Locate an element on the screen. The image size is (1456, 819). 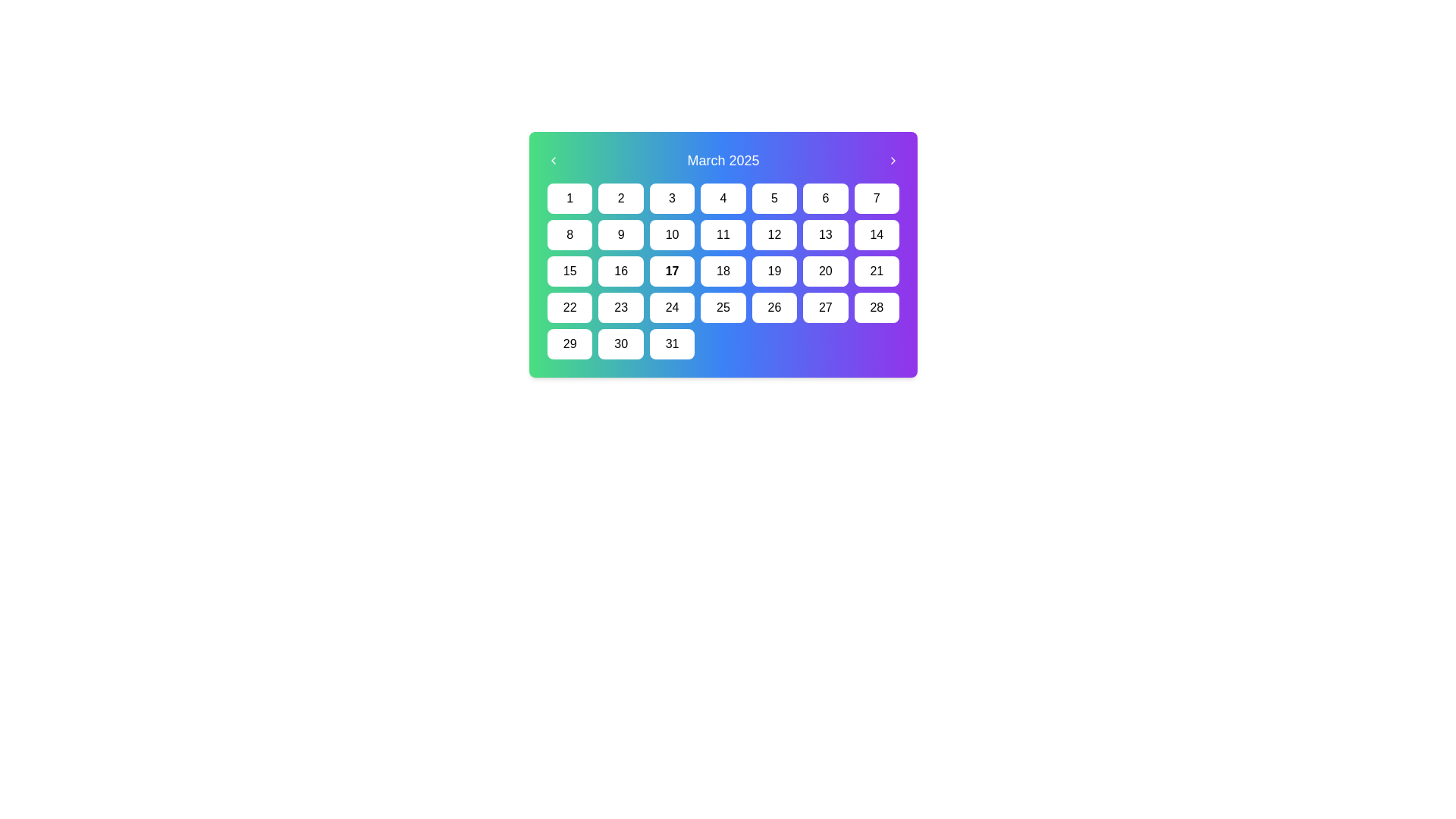
the text label representing the day of the month in the calendar interface, located in the third row and fifth column of the grid, adjacent to the number '17' is located at coordinates (723, 271).